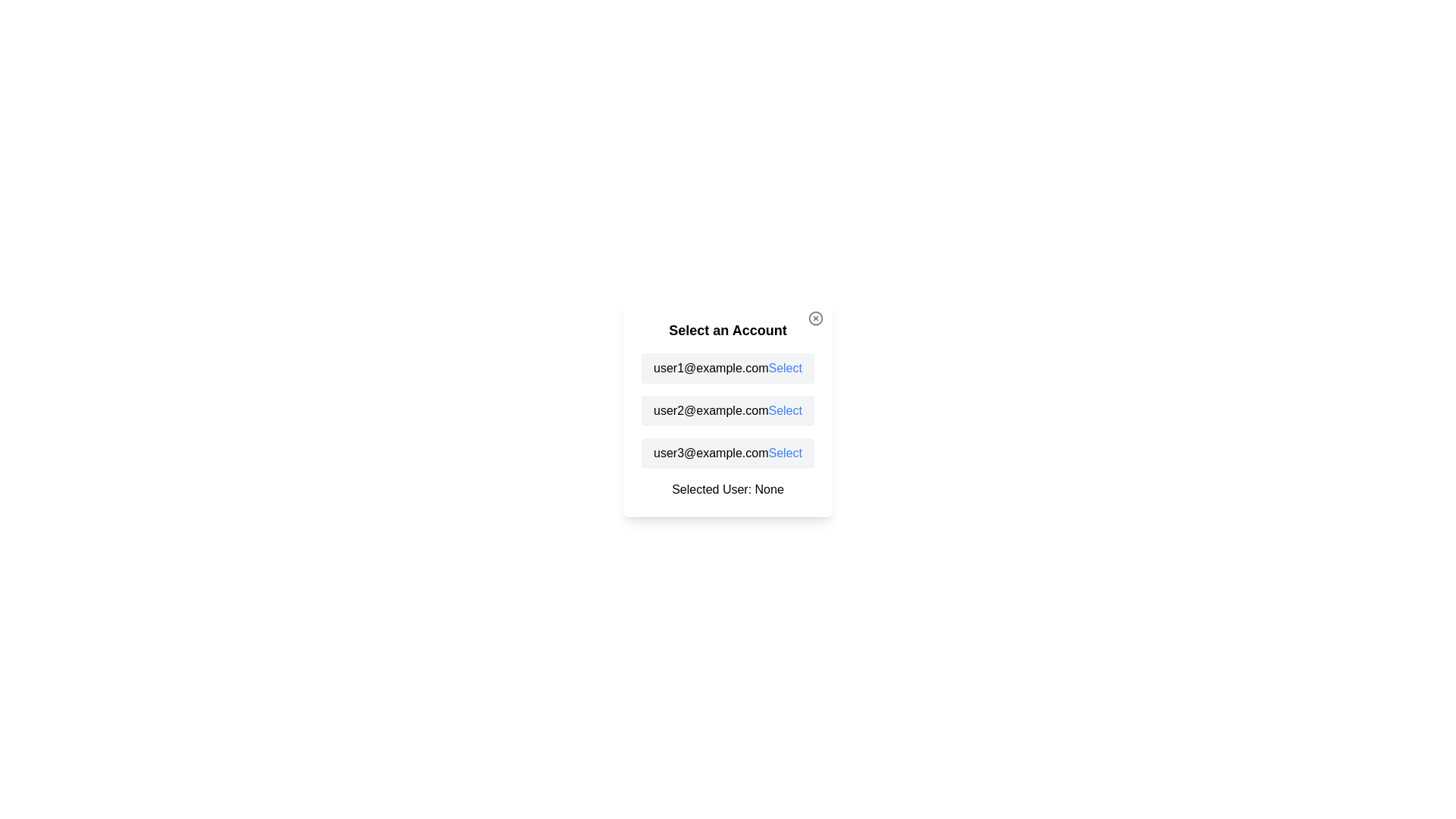 This screenshot has height=819, width=1456. I want to click on 'Select' button next to the email corresponding to user3@example.com, so click(785, 452).